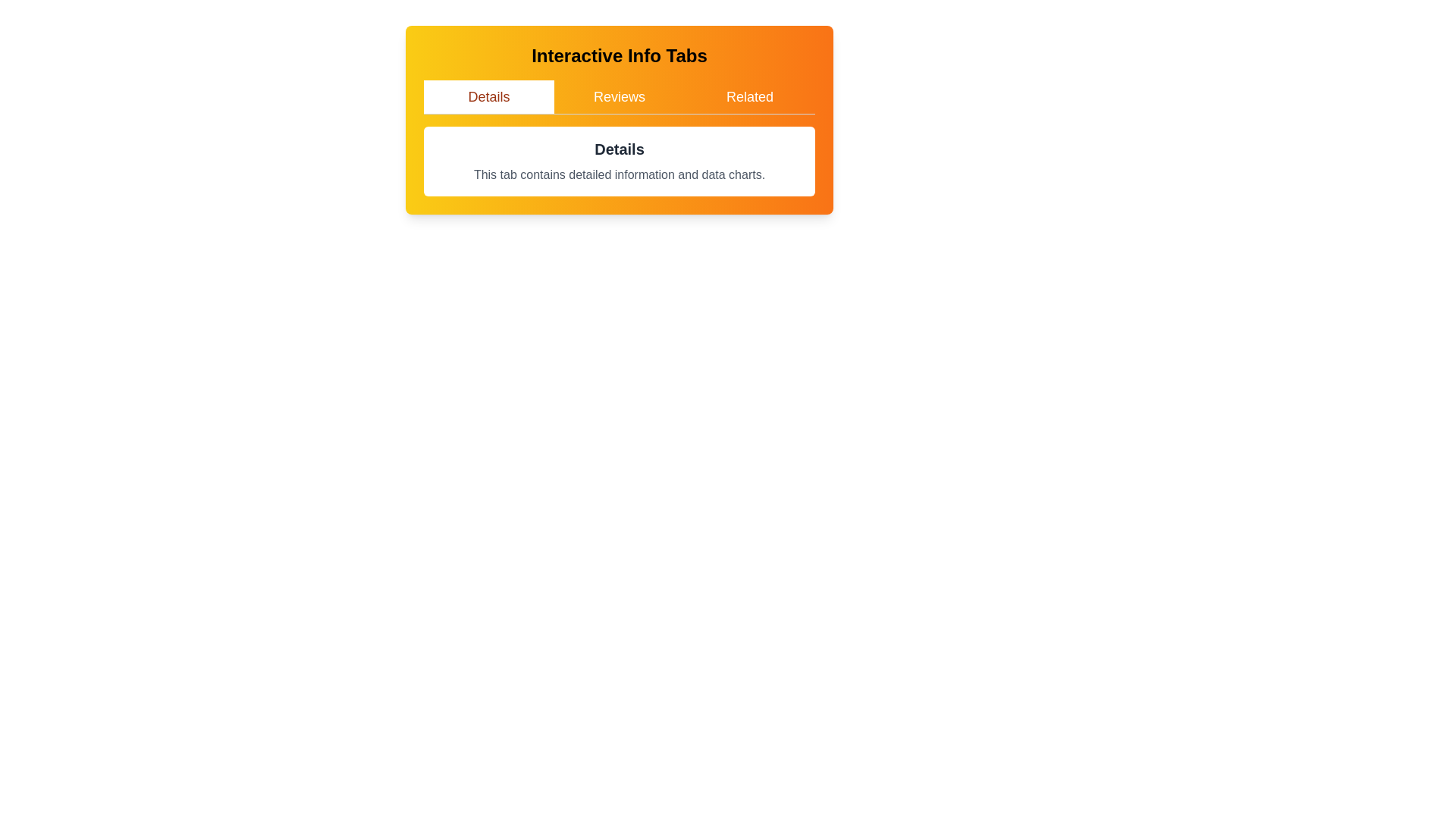  I want to click on the tab labeled 'Related' to observe its hover effect, so click(749, 96).